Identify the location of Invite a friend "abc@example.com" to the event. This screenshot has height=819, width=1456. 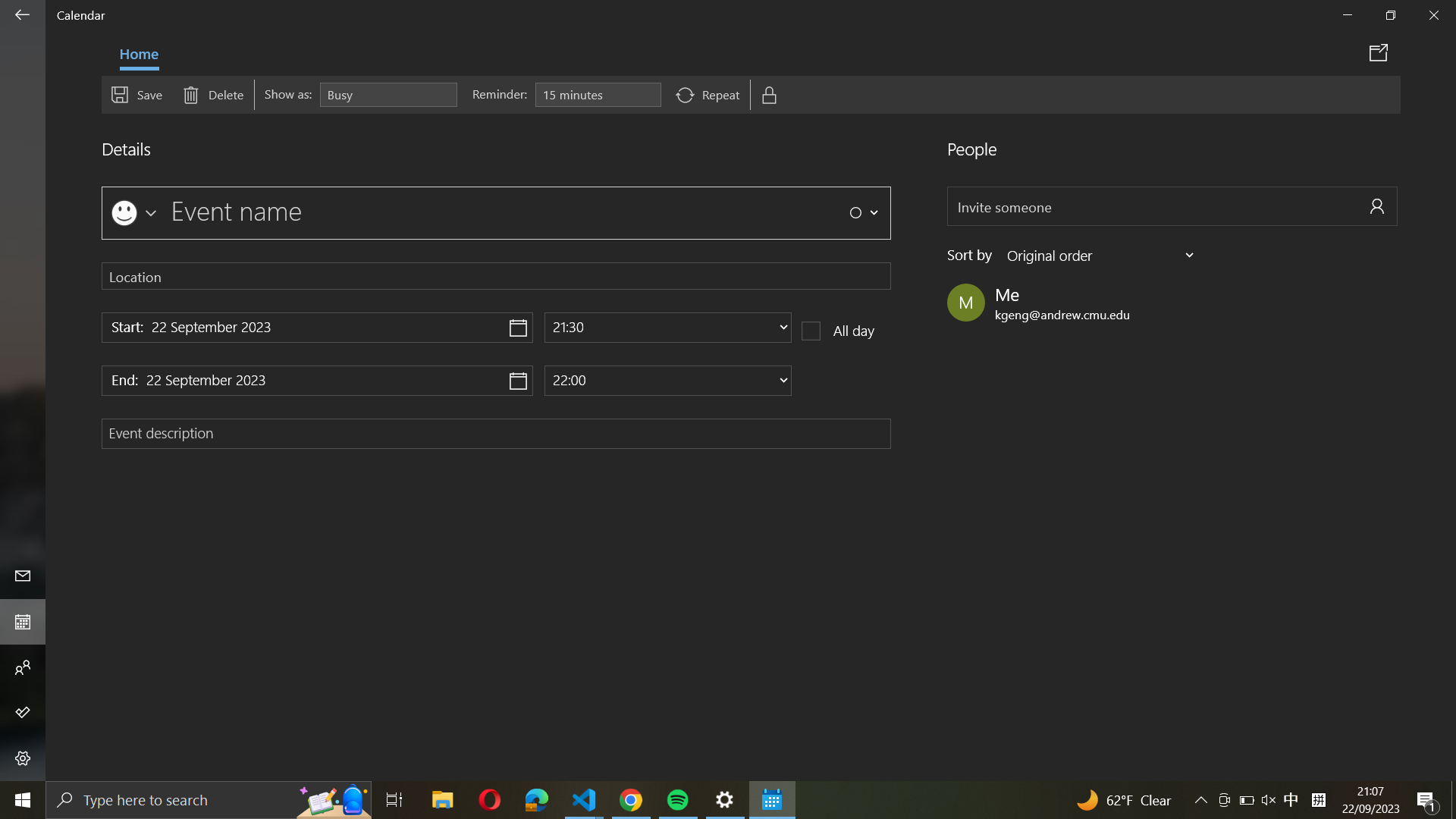
(1172, 206).